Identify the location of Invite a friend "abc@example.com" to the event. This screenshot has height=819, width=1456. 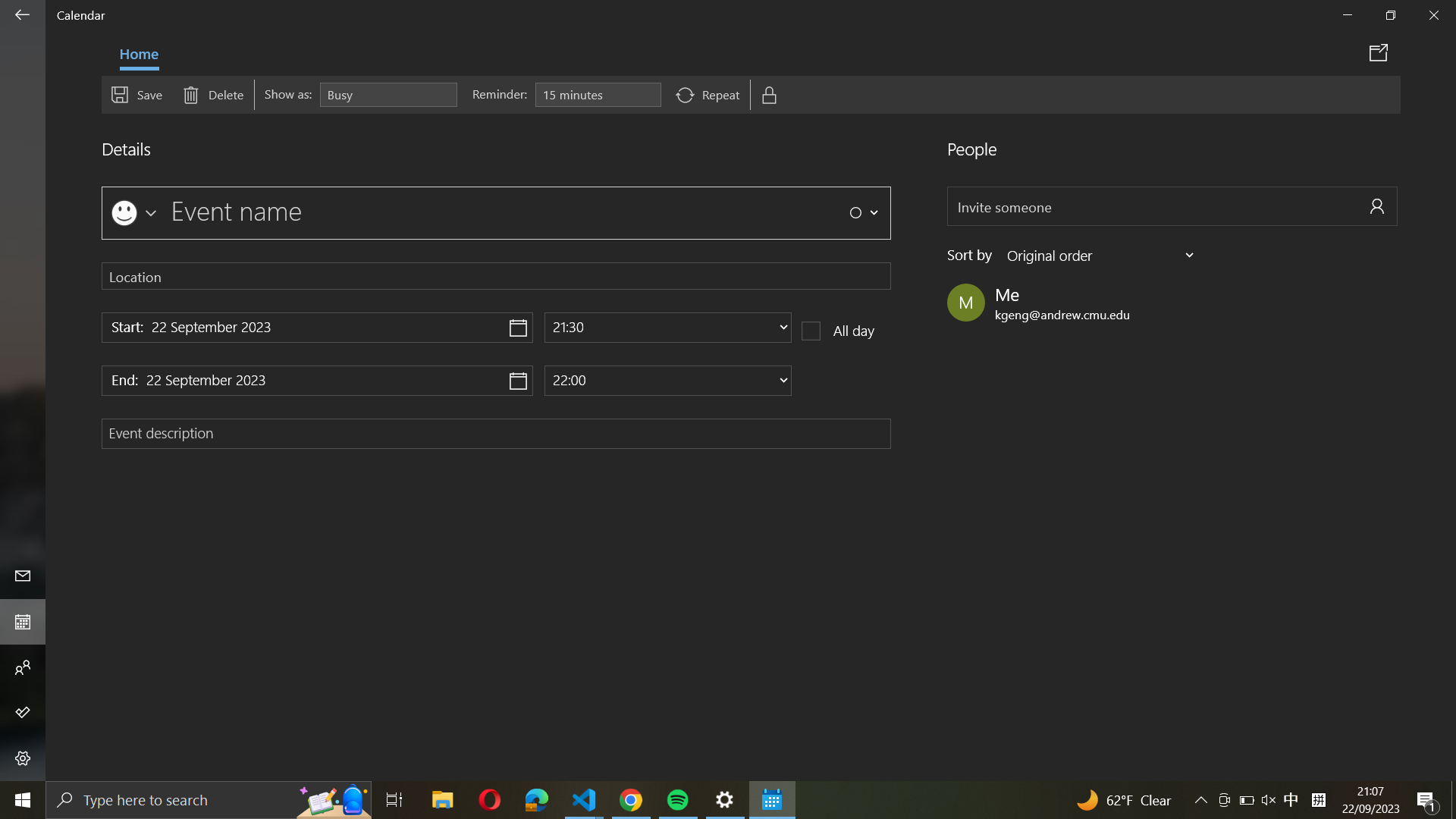
(1172, 206).